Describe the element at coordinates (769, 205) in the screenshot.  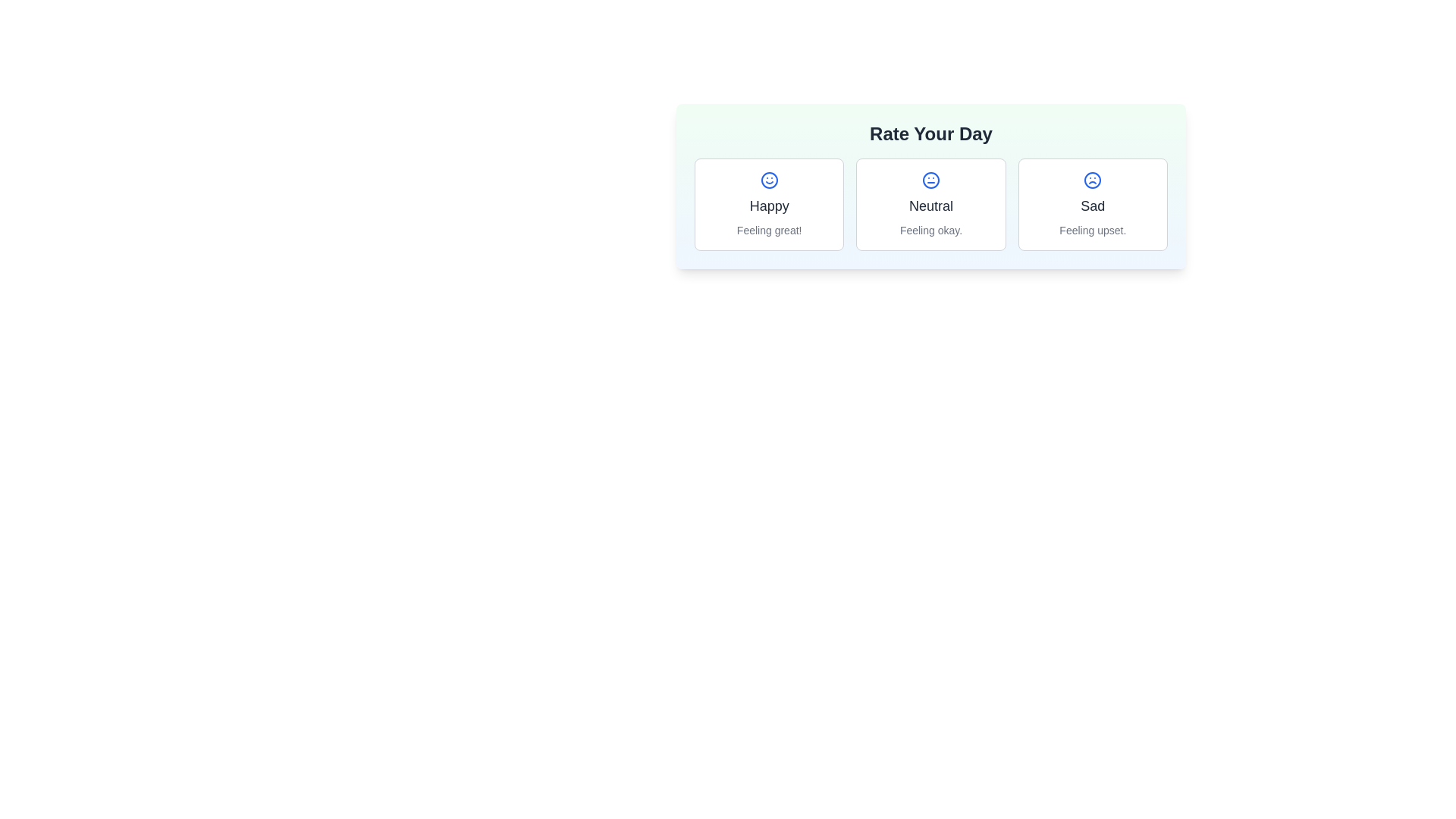
I see `the Mood selection button or card` at that location.